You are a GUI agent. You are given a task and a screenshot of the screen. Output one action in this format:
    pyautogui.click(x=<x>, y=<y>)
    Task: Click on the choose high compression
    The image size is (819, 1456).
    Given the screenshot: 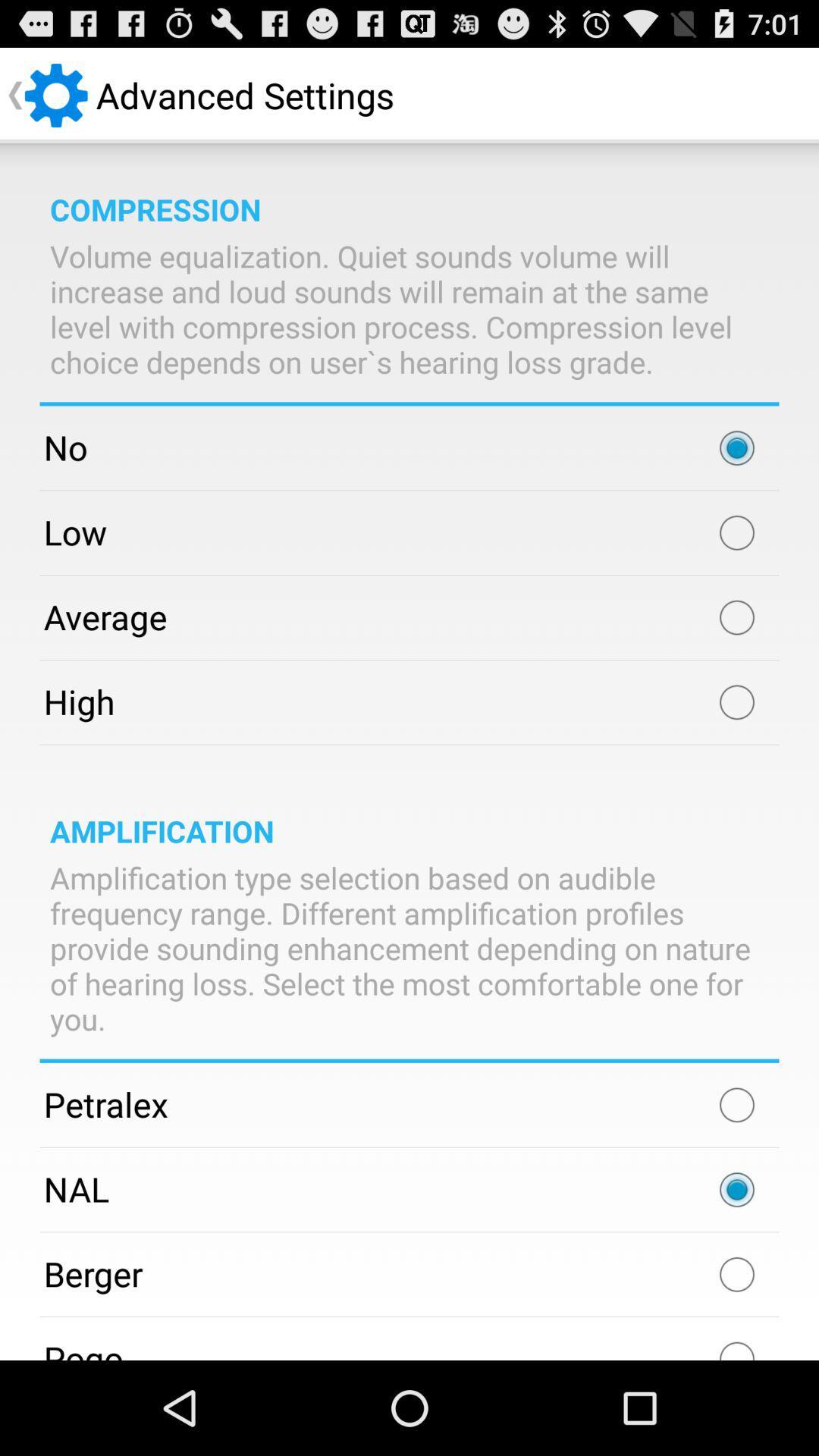 What is the action you would take?
    pyautogui.click(x=736, y=701)
    